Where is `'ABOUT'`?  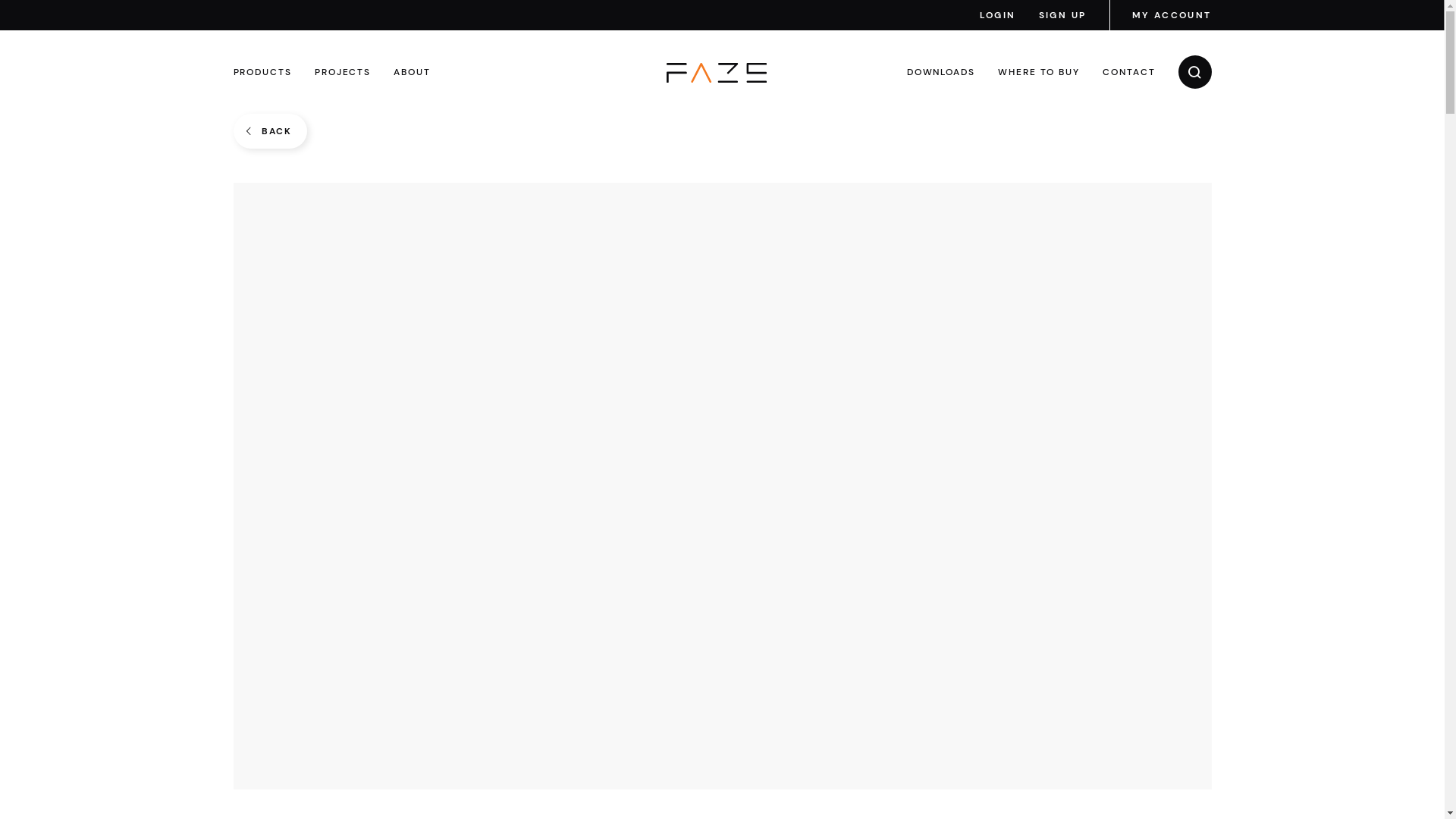
'ABOUT' is located at coordinates (412, 72).